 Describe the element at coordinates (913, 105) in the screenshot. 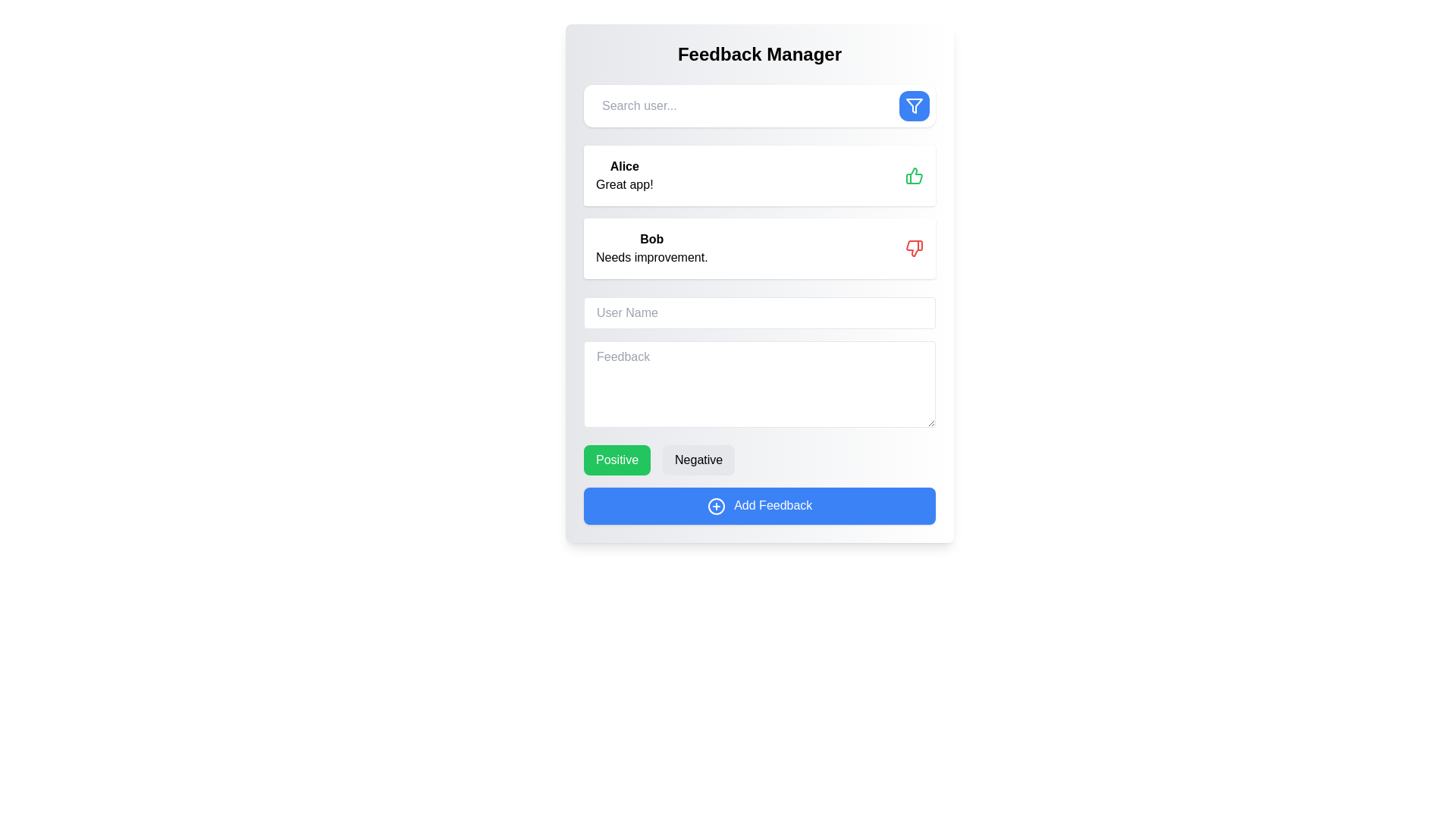

I see `the filter icon located in the top-right corner of the application interface, which is inside a blue circular button adjacent to the 'Search user...' input field` at that location.